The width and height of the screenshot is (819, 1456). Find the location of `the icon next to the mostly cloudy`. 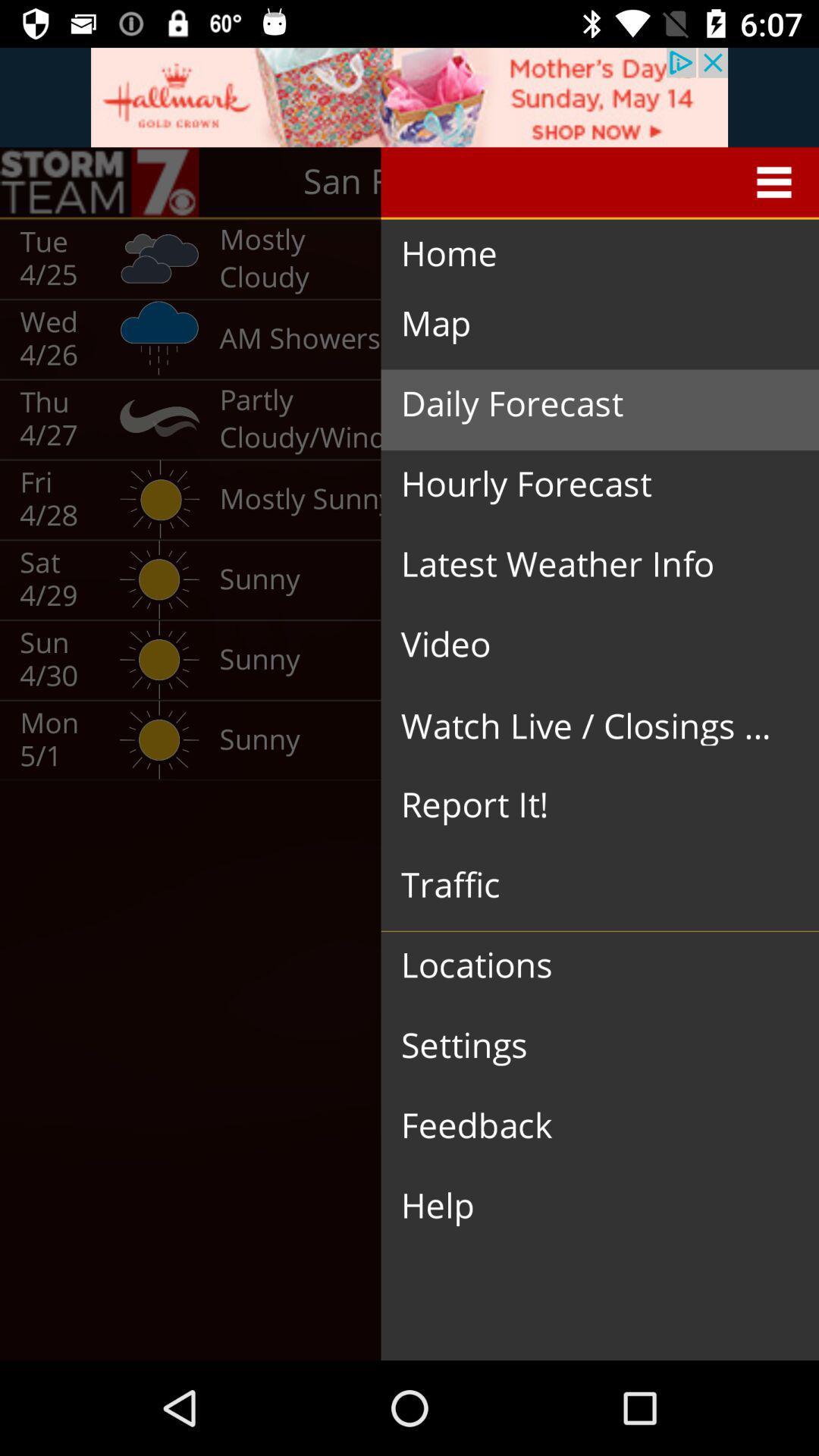

the icon next to the mostly cloudy is located at coordinates (584, 254).